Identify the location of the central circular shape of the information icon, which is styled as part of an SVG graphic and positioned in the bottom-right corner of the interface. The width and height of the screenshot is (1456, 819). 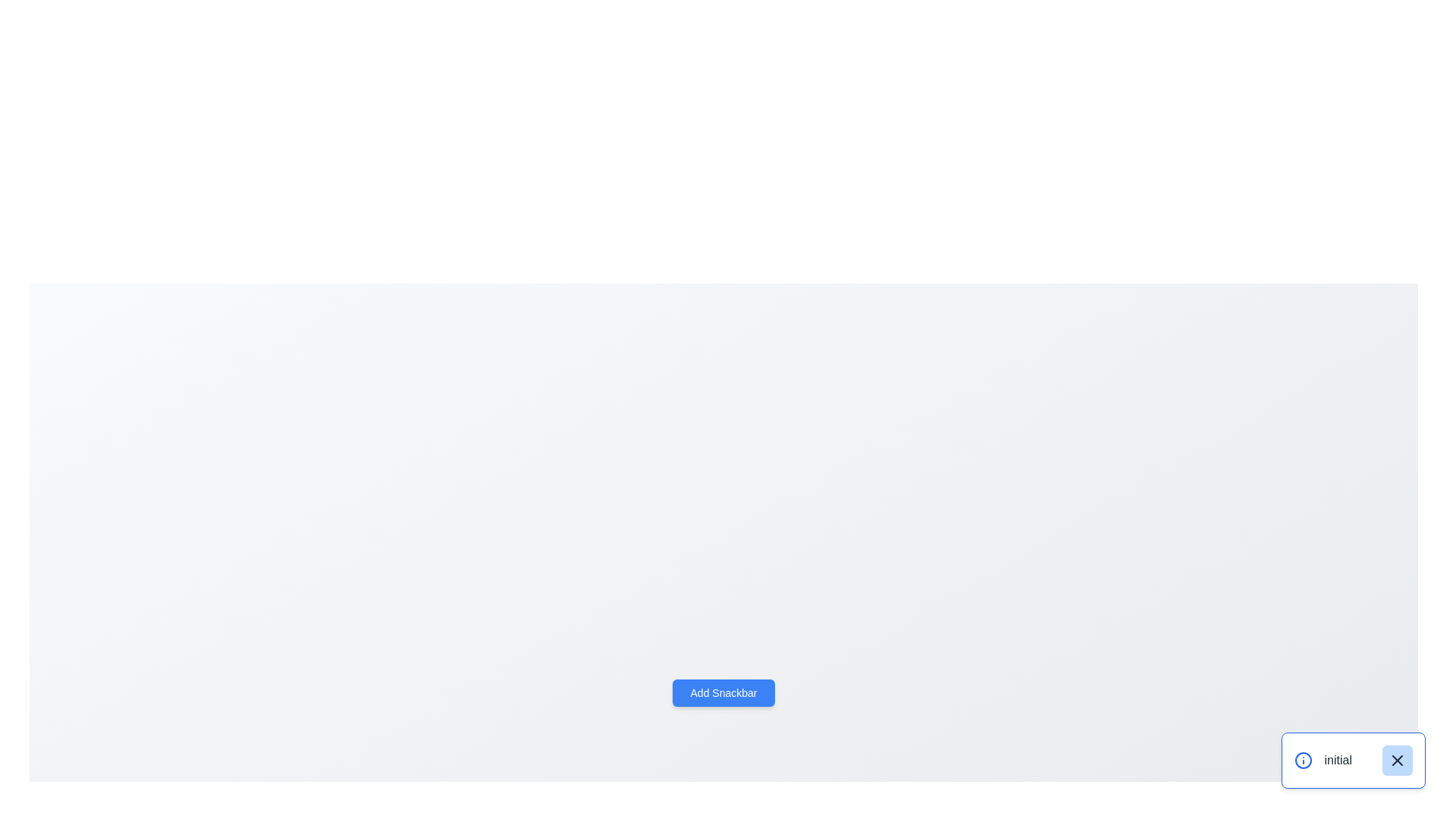
(1302, 760).